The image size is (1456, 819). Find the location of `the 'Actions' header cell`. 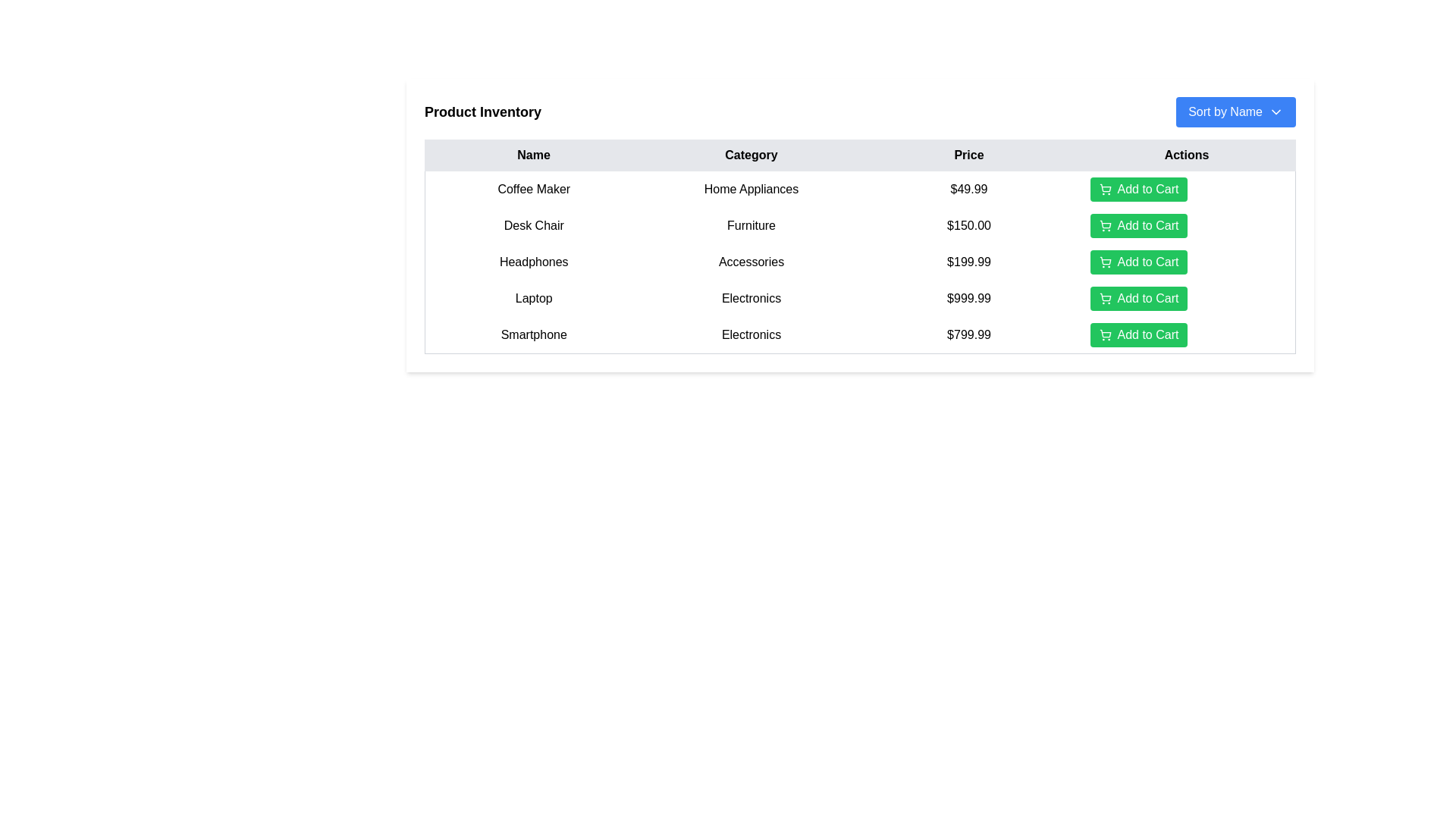

the 'Actions' header cell is located at coordinates (1185, 155).